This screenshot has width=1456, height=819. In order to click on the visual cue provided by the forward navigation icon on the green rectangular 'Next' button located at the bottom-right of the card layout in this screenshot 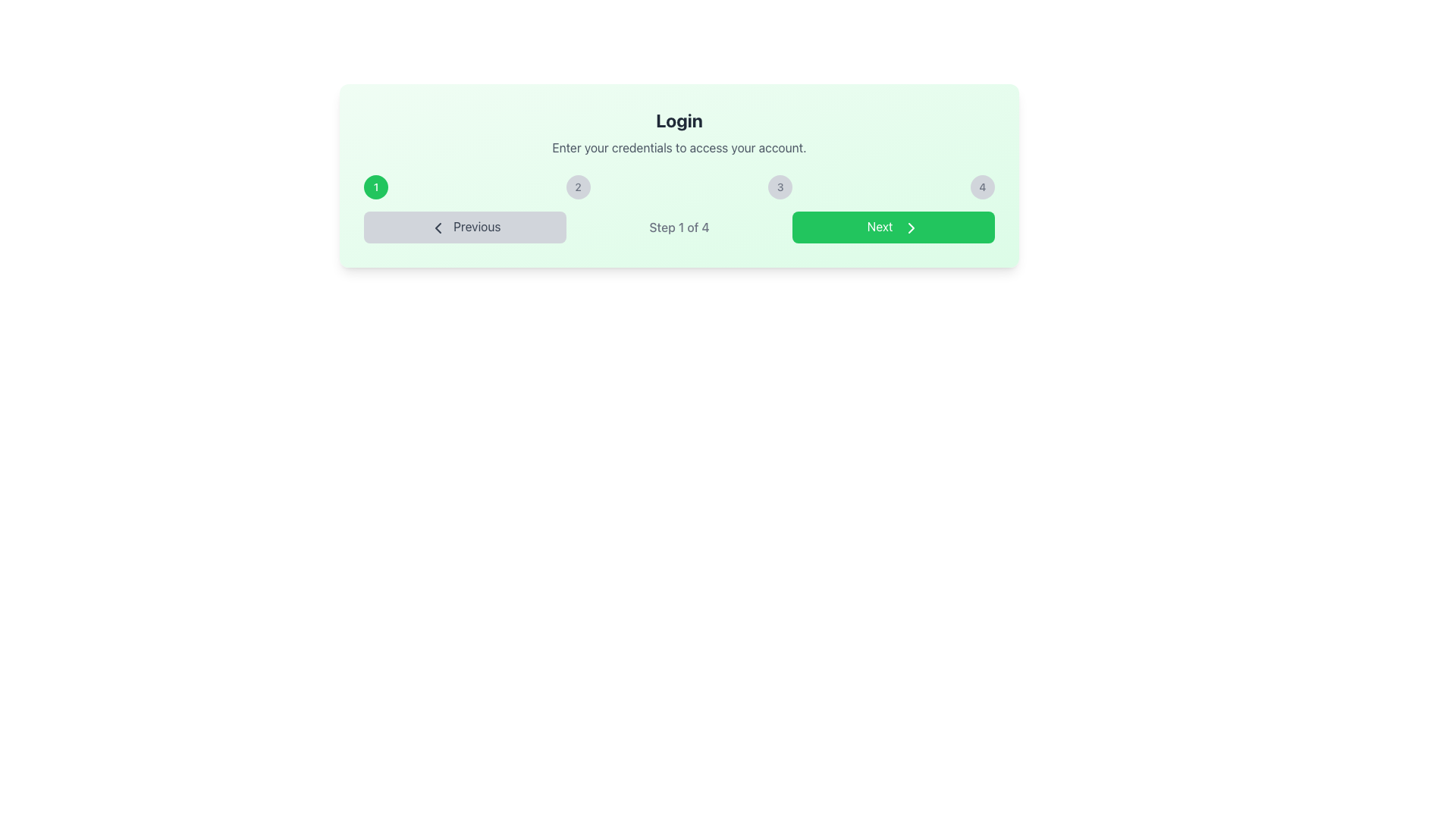, I will do `click(910, 227)`.